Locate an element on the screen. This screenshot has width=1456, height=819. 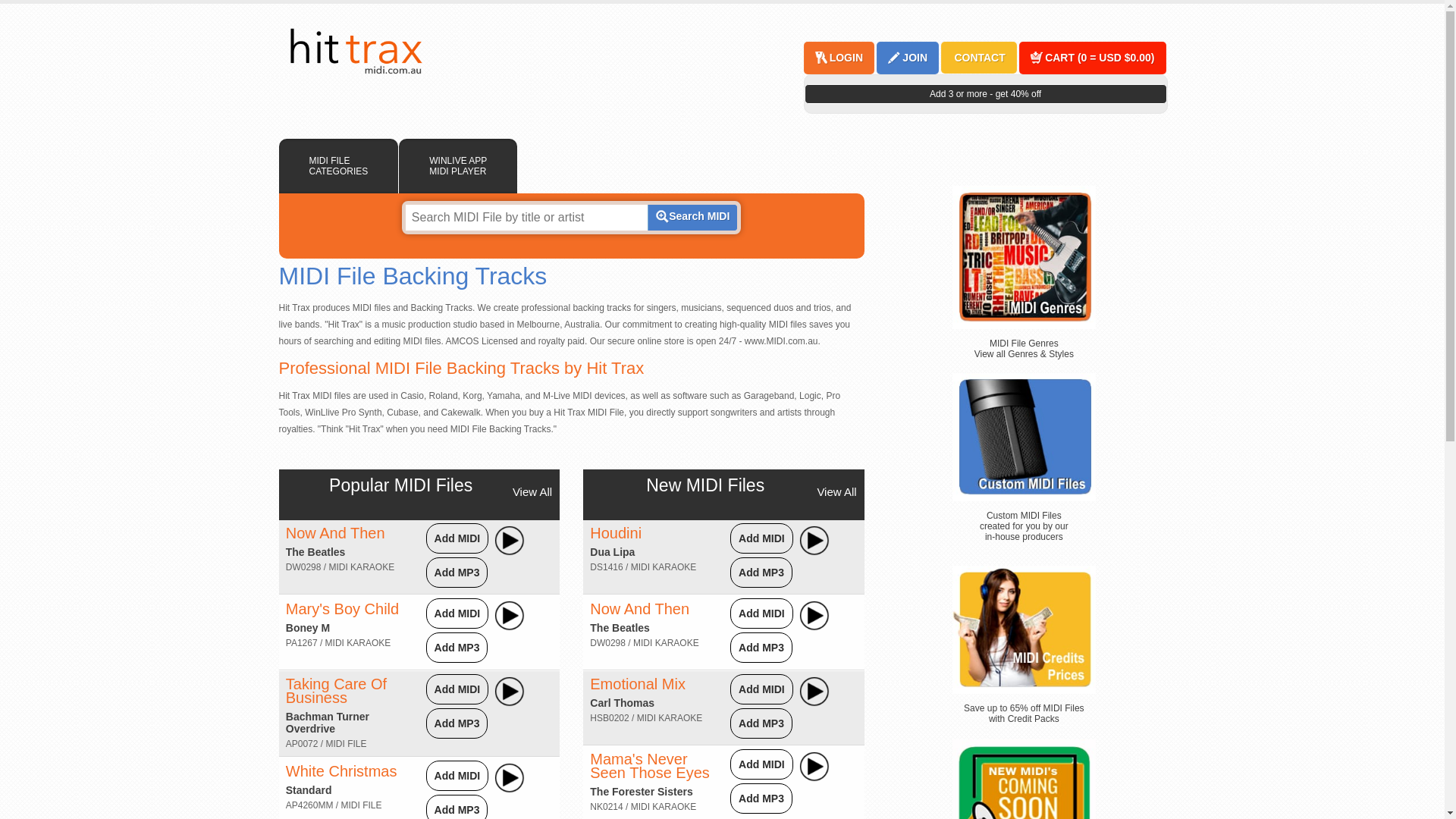
'MIDI File Genres' is located at coordinates (1024, 256).